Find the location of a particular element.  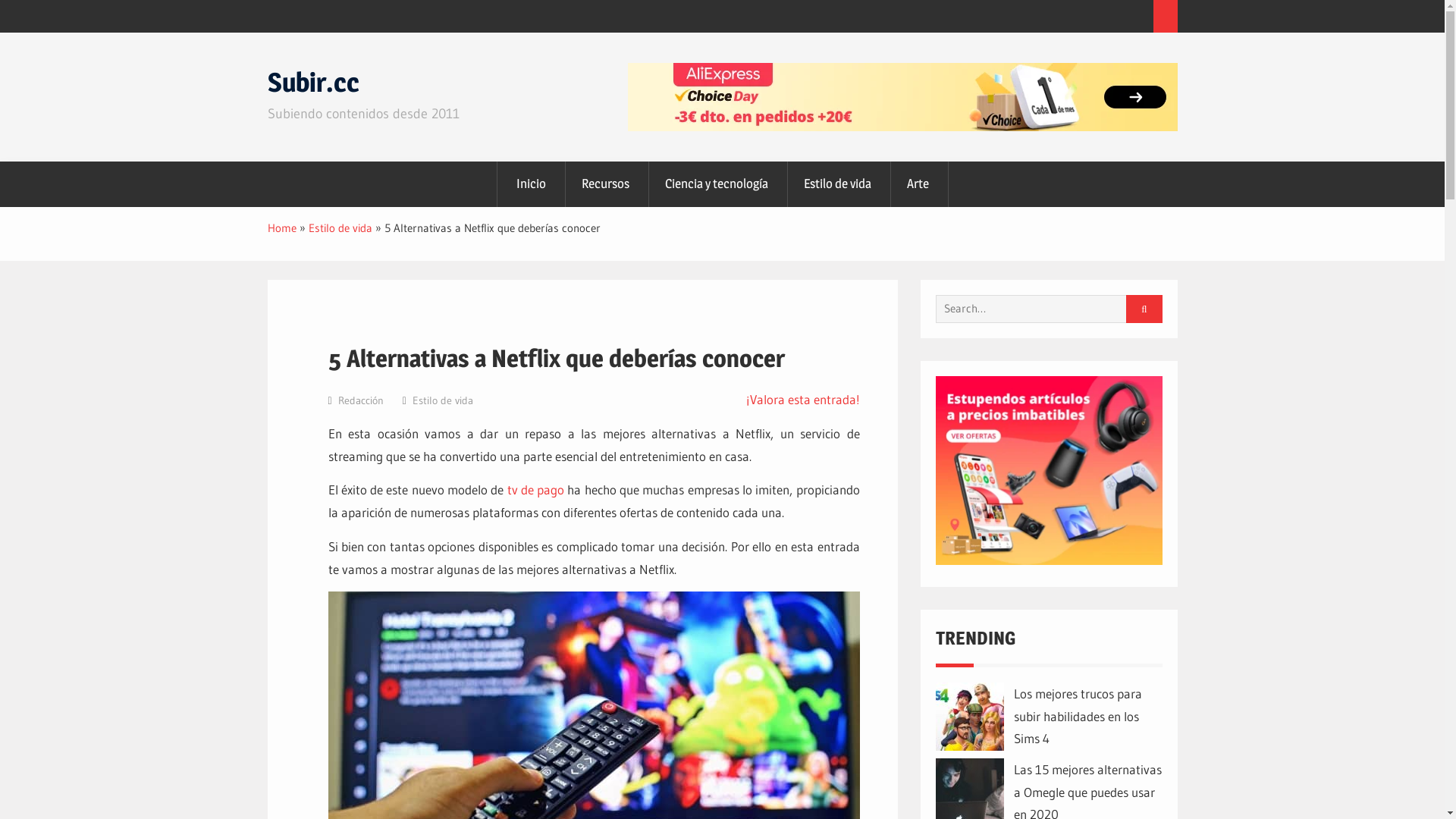

'Home' is located at coordinates (281, 227).